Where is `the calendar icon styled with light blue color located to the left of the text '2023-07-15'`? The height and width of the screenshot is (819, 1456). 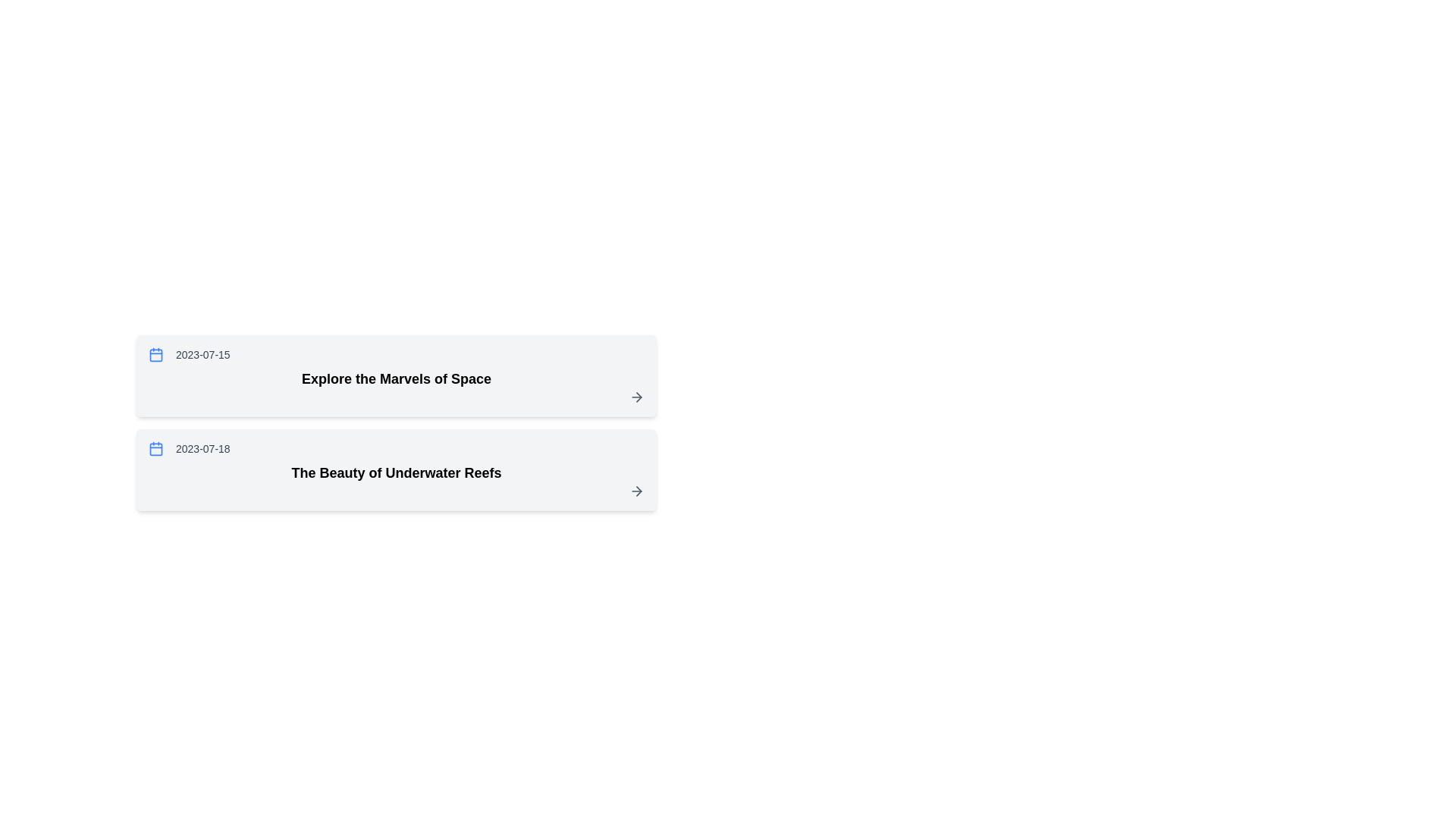 the calendar icon styled with light blue color located to the left of the text '2023-07-15' is located at coordinates (156, 354).